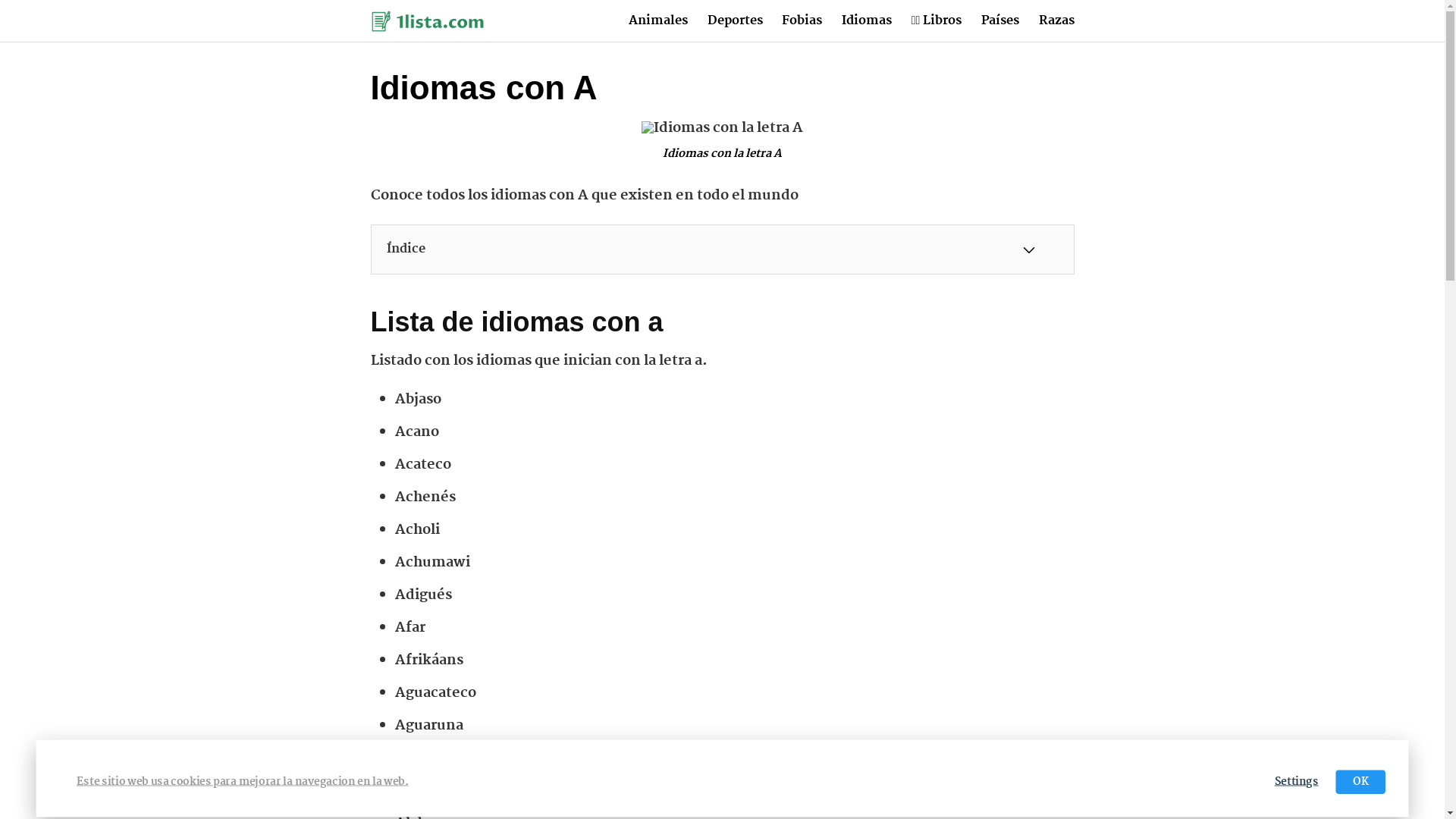 This screenshot has height=819, width=1456. I want to click on 'Razas', so click(1056, 20).